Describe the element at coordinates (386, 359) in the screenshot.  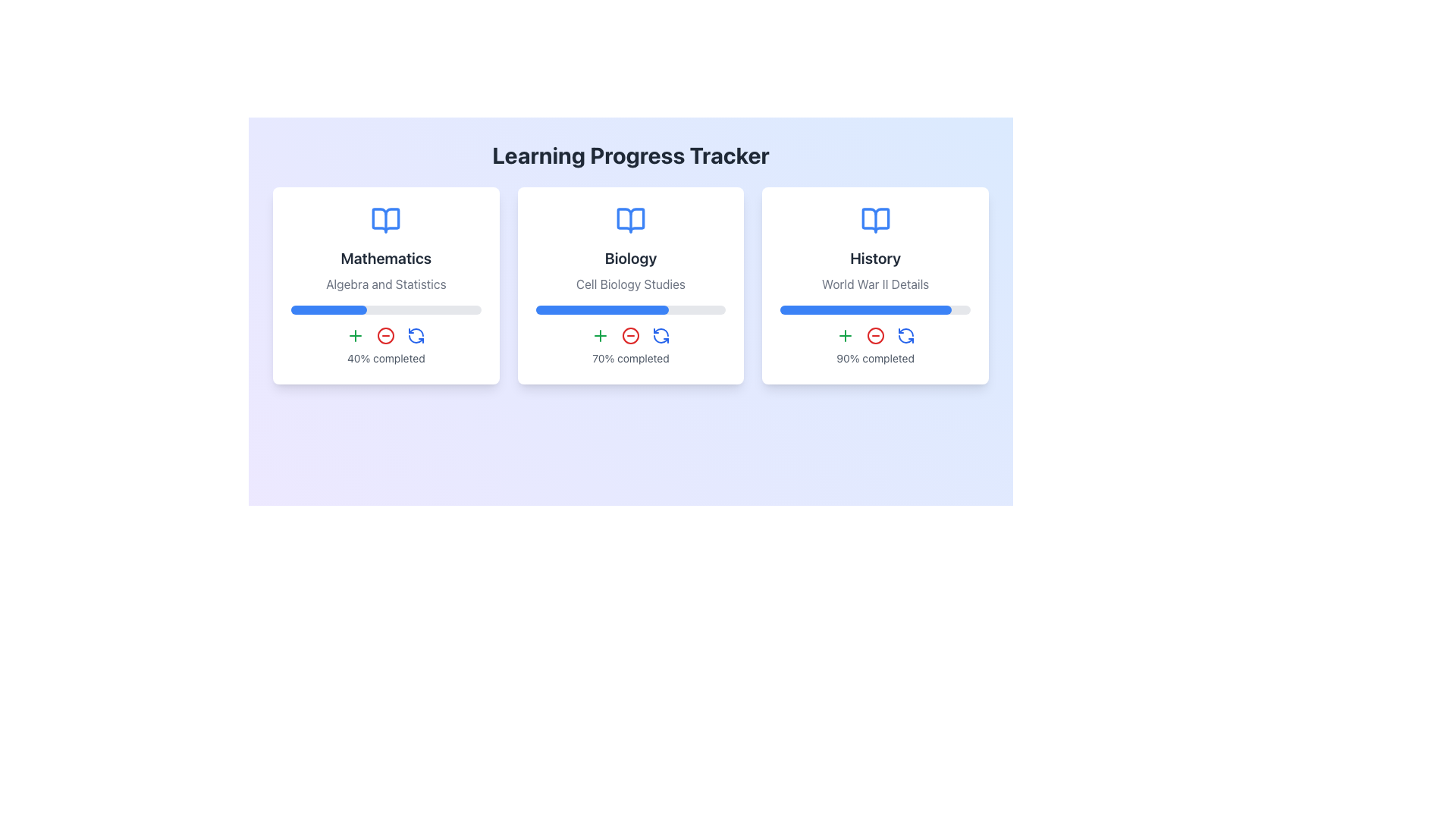
I see `the text element that indicates '40% completed' progress level, located at the bottom of the leftmost card section under the 'Mathematics' title and 'Algebra and Statistics' subtitle` at that location.